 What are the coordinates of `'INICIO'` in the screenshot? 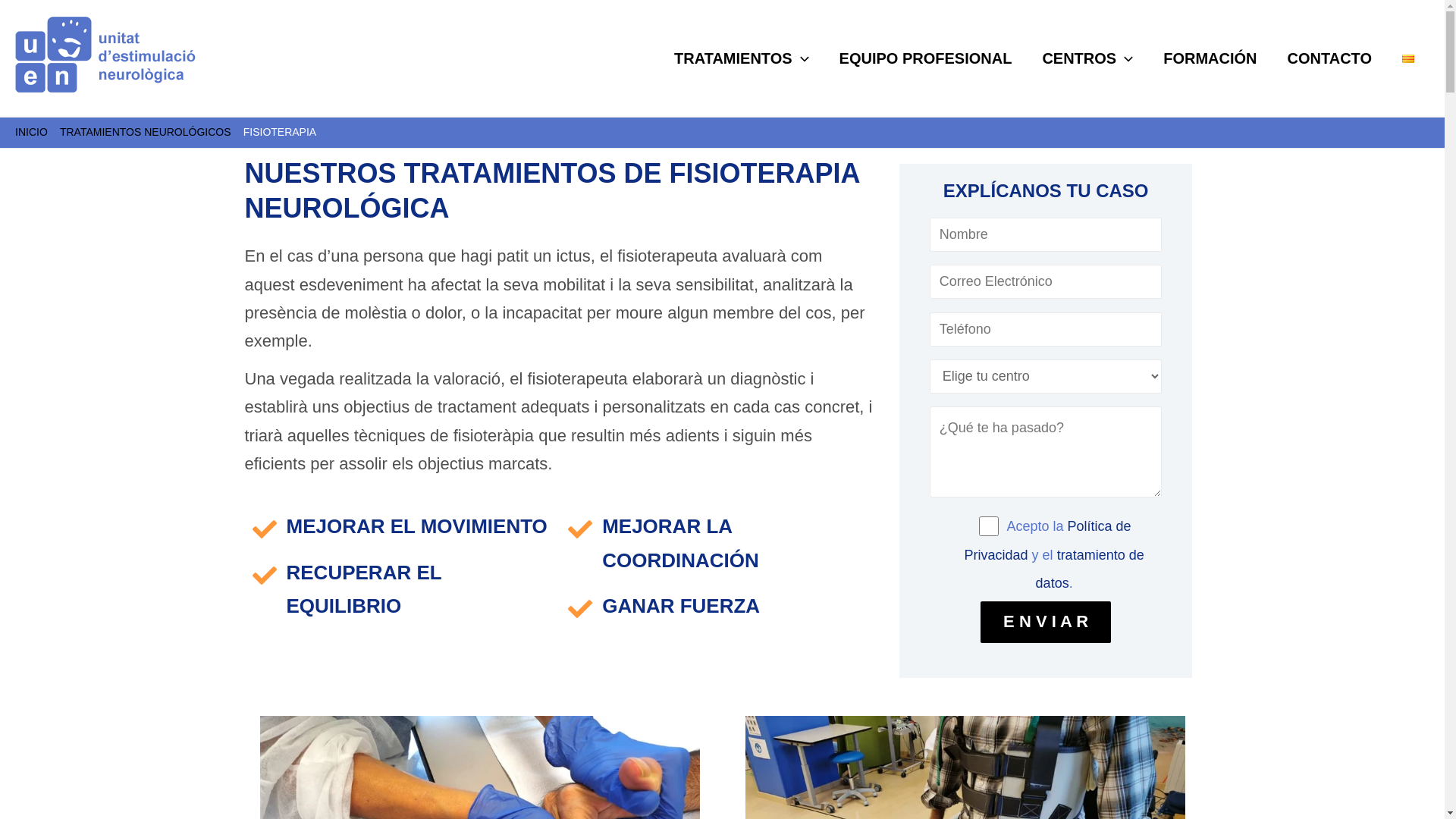 It's located at (31, 130).